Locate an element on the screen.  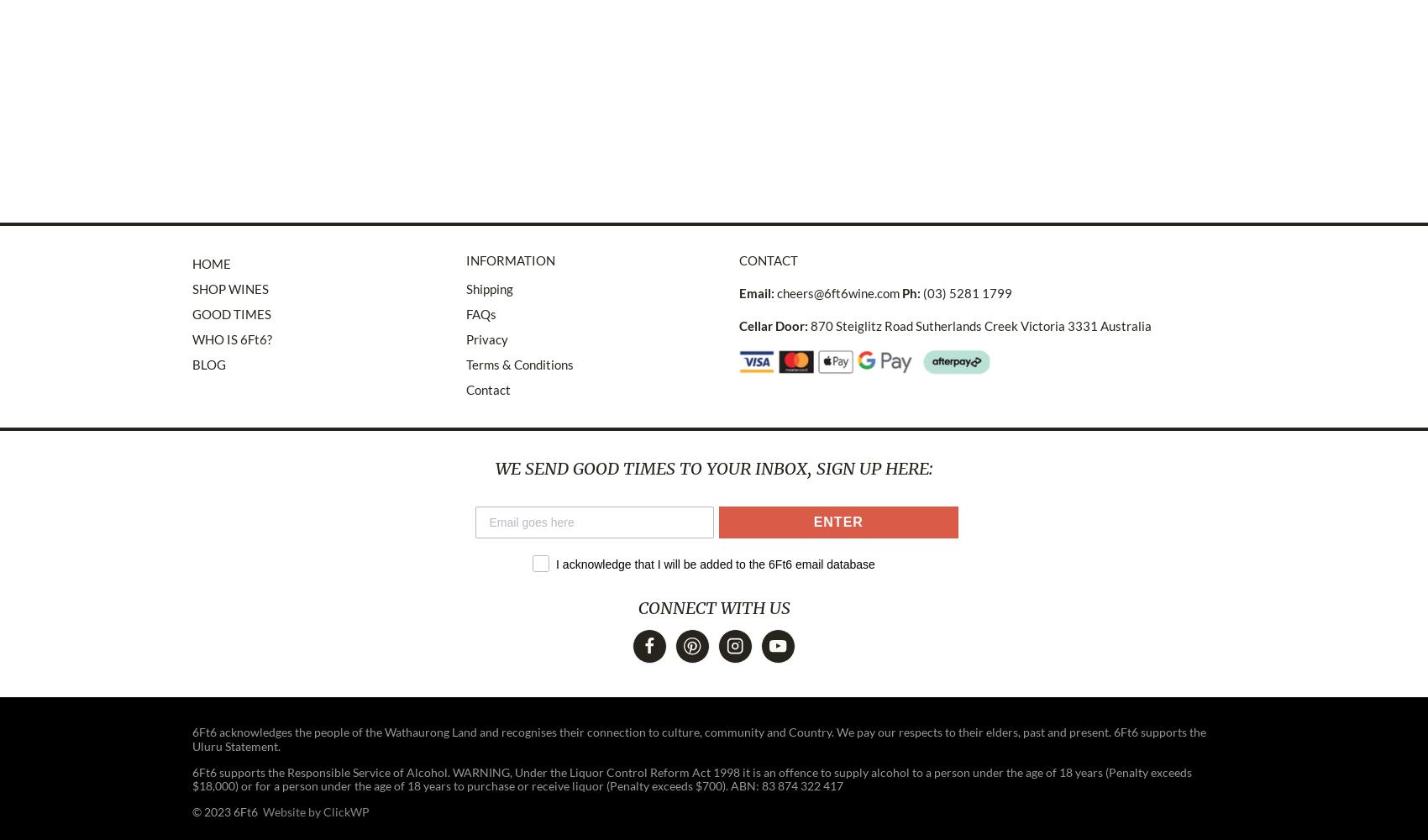
'HOME' is located at coordinates (211, 262).